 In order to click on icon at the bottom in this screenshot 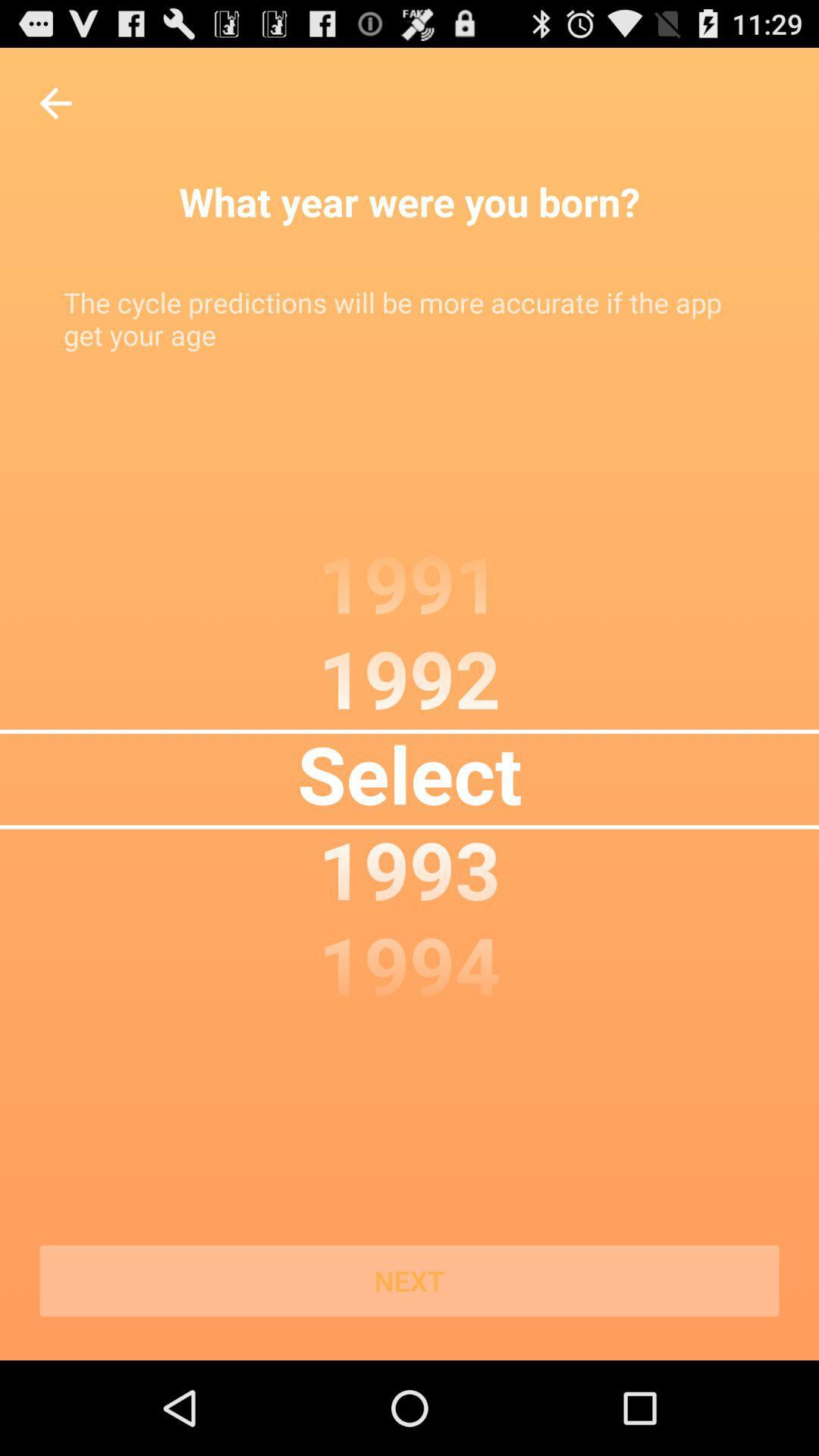, I will do `click(409, 1280)`.